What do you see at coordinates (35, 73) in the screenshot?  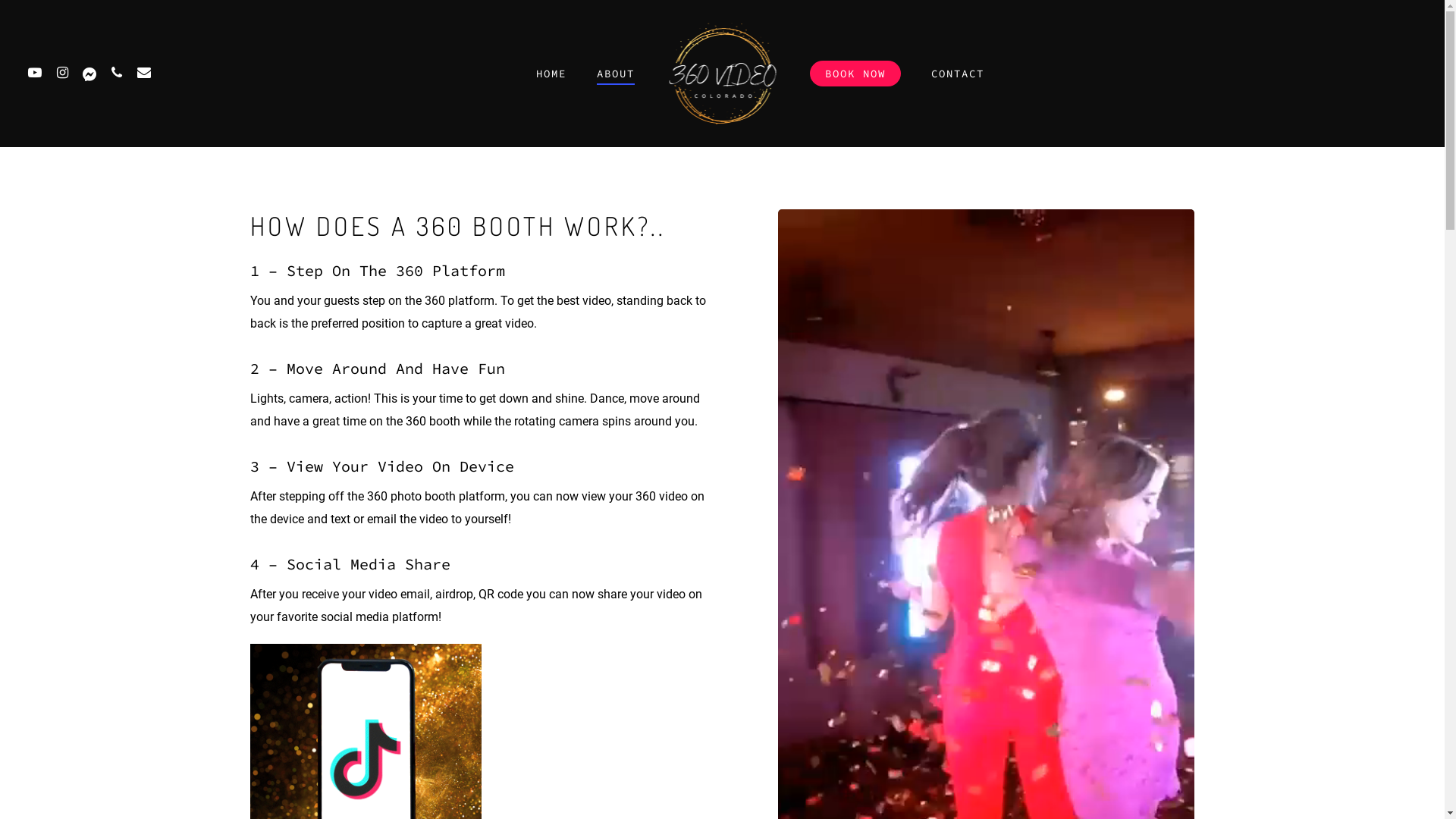 I see `'YOUTUBE'` at bounding box center [35, 73].